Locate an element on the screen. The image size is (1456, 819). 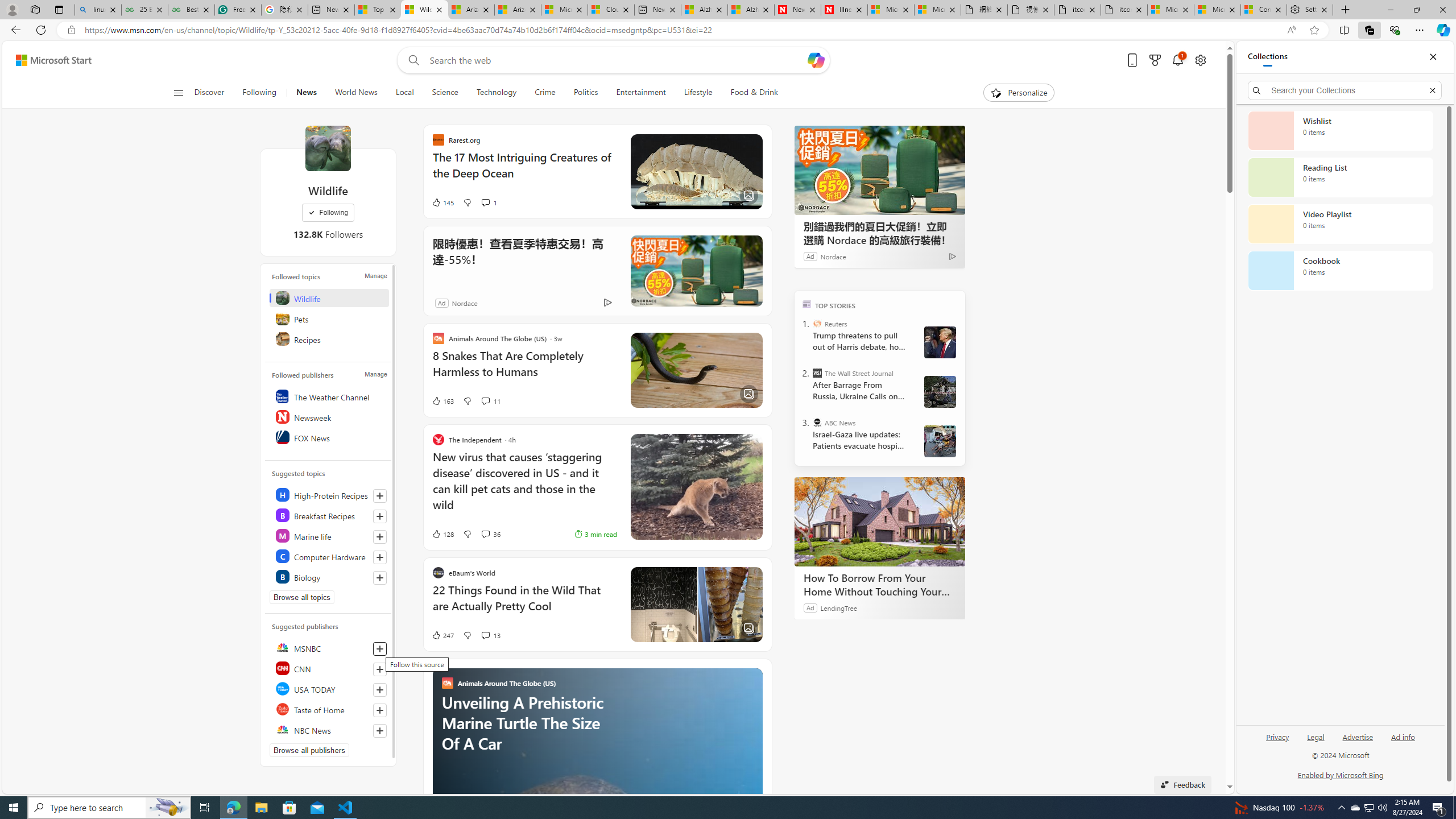
'247 Like' is located at coordinates (442, 634).